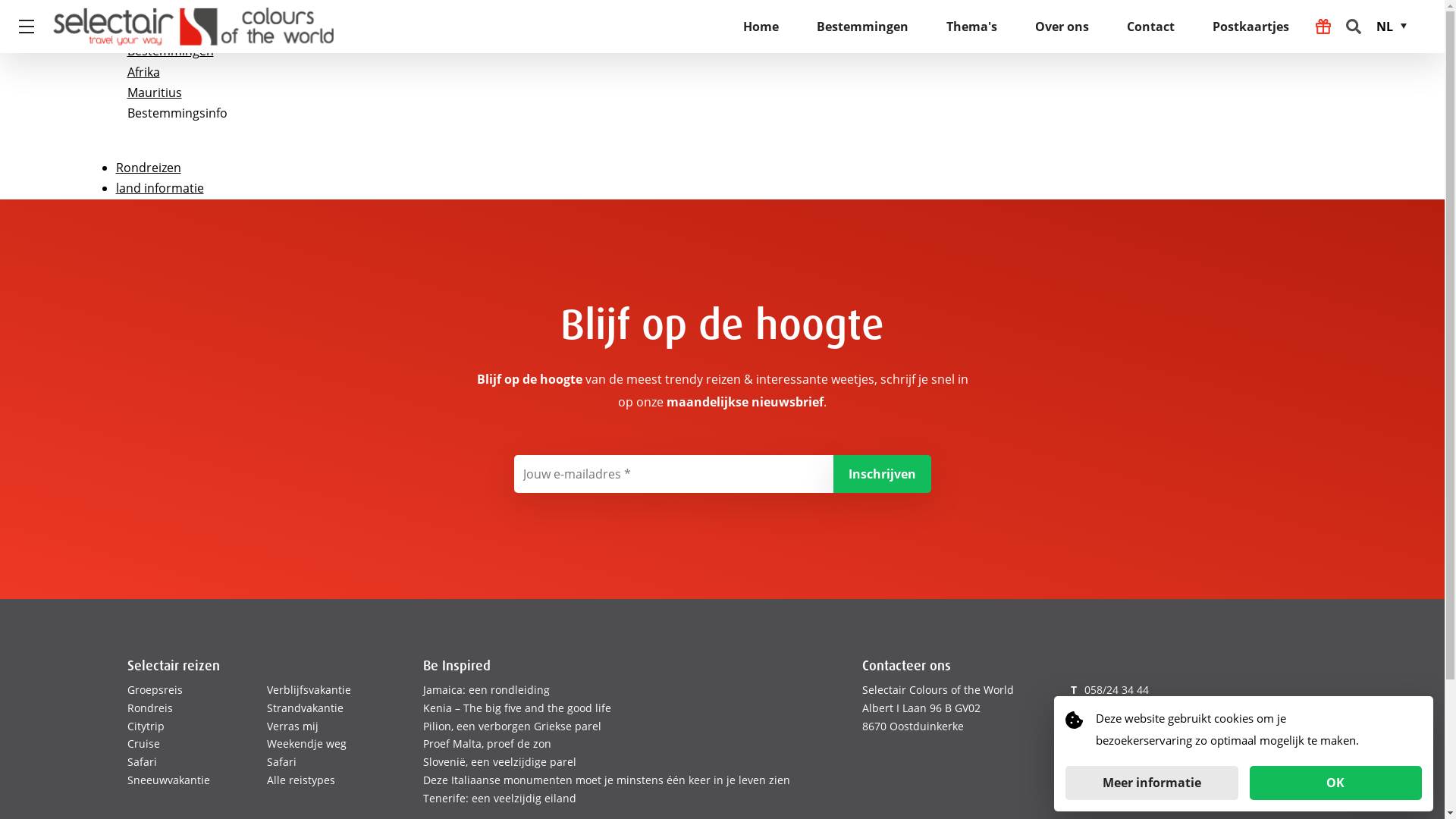 The width and height of the screenshot is (1456, 819). Describe the element at coordinates (306, 742) in the screenshot. I see `'Weekendje weg'` at that location.